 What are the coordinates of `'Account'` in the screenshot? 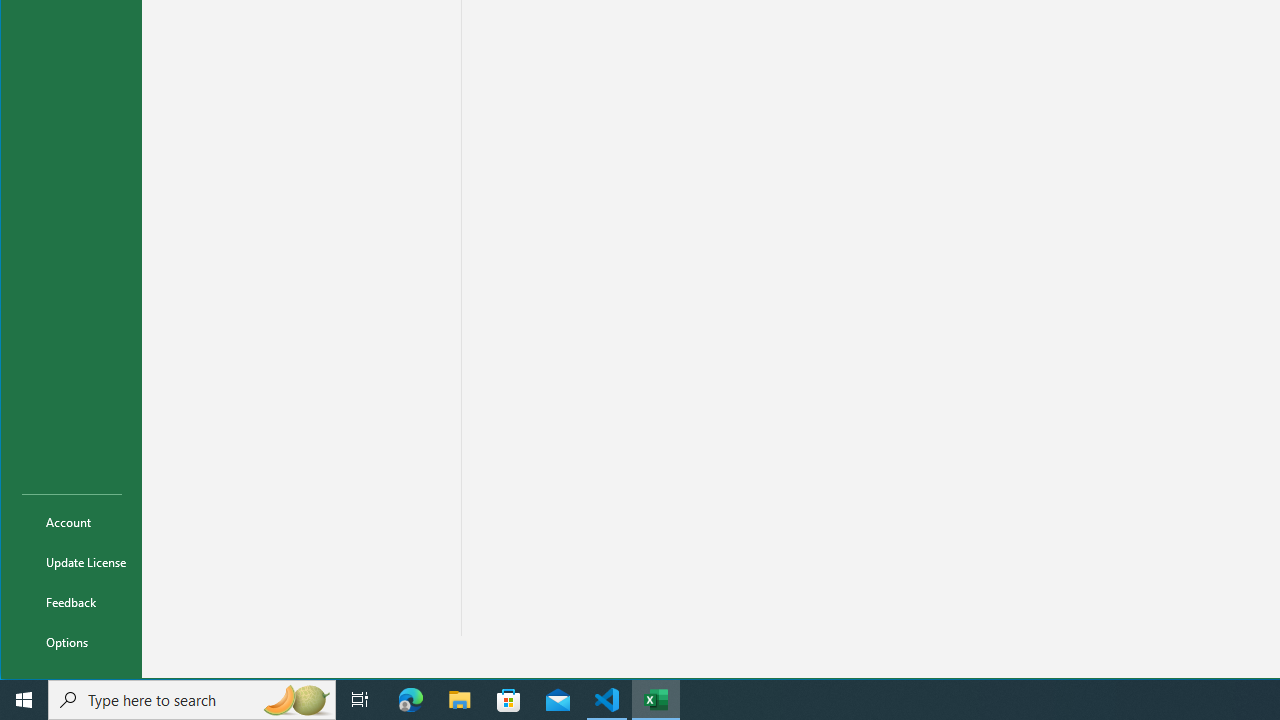 It's located at (72, 521).